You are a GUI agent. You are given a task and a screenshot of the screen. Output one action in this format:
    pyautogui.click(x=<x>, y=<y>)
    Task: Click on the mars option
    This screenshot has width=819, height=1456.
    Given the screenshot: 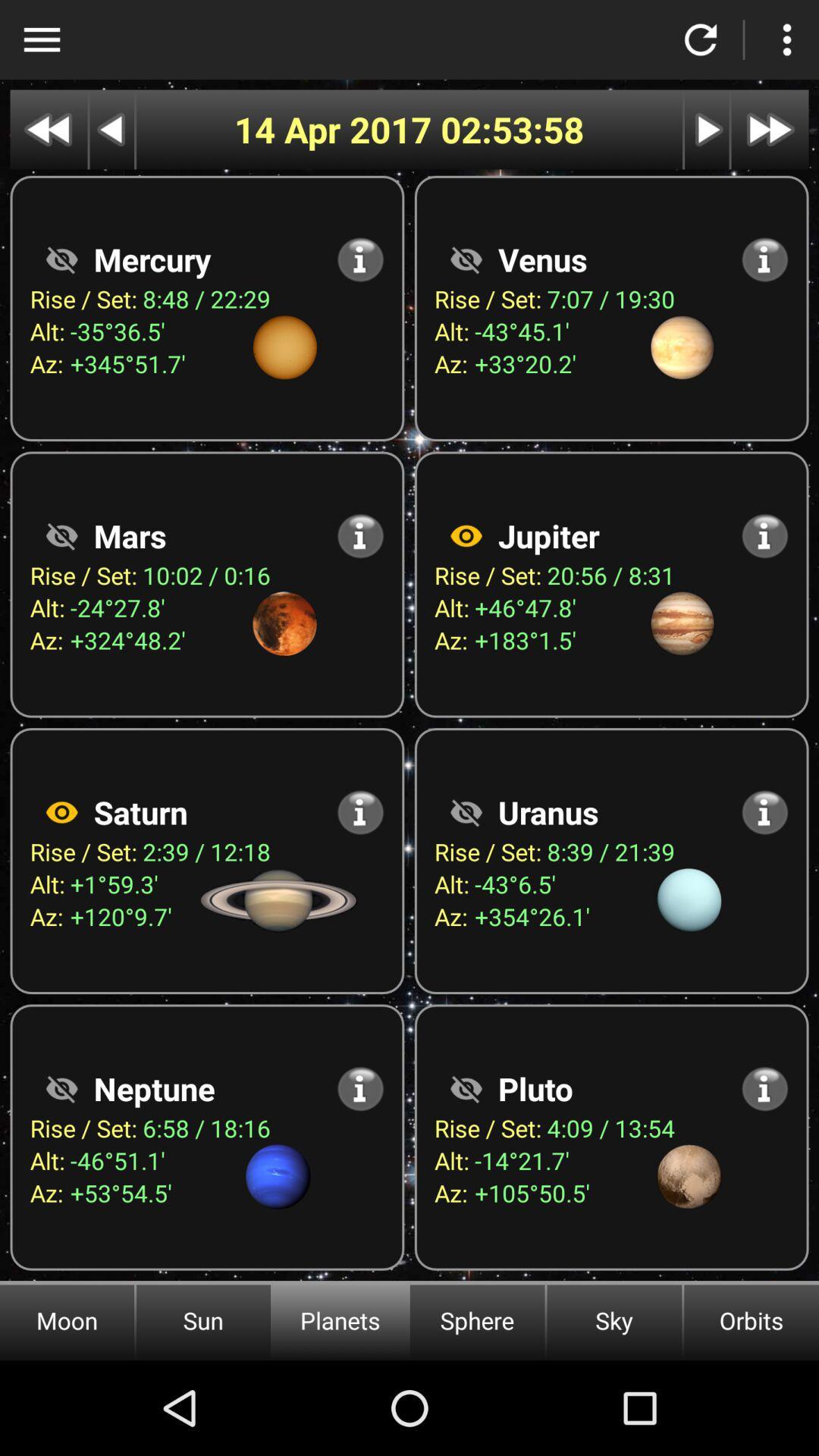 What is the action you would take?
    pyautogui.click(x=61, y=535)
    